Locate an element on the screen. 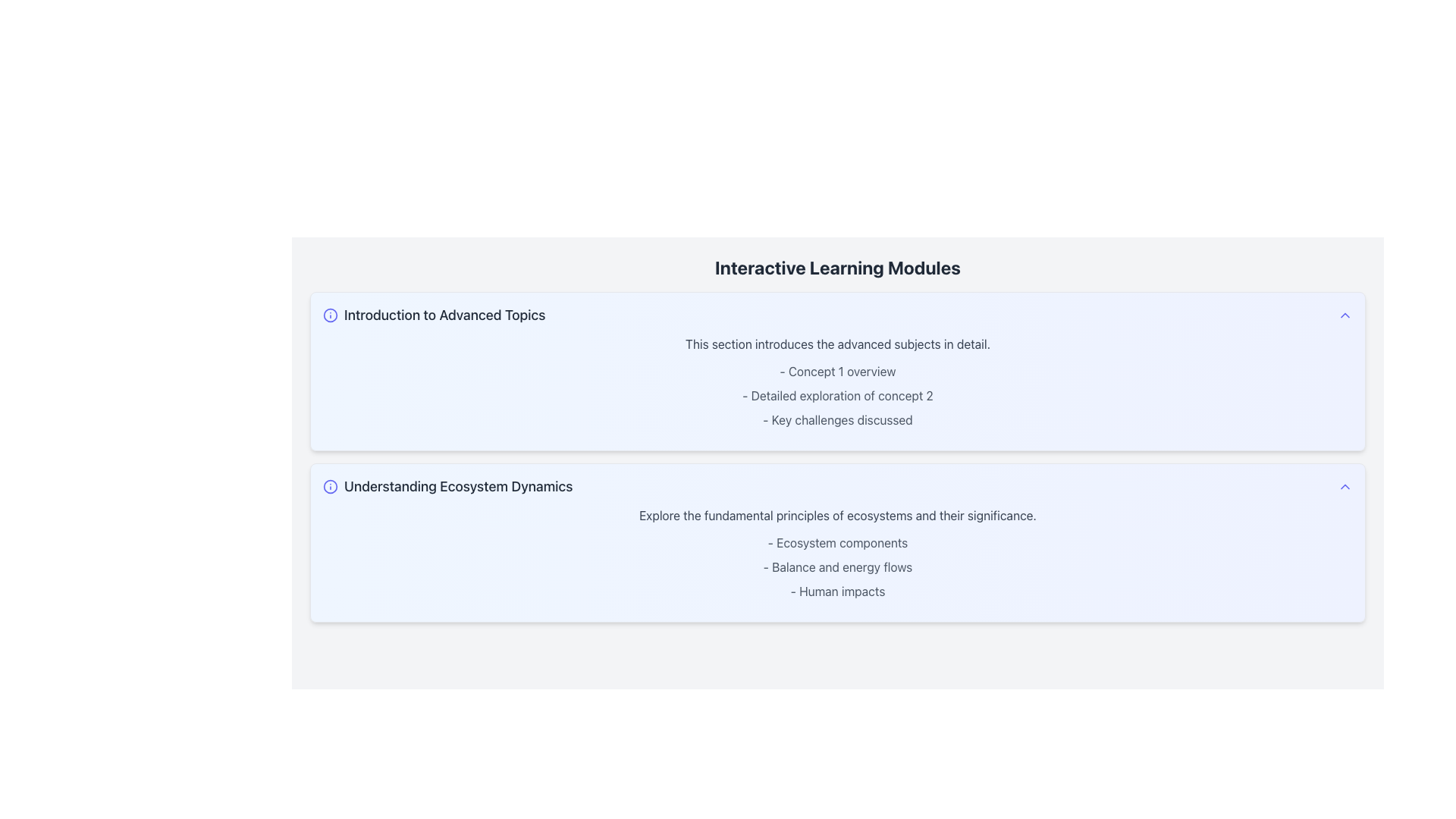 The image size is (1456, 819). the small circular light blue icon located to the left of the text 'Introduction to Advanced Topics' is located at coordinates (330, 315).